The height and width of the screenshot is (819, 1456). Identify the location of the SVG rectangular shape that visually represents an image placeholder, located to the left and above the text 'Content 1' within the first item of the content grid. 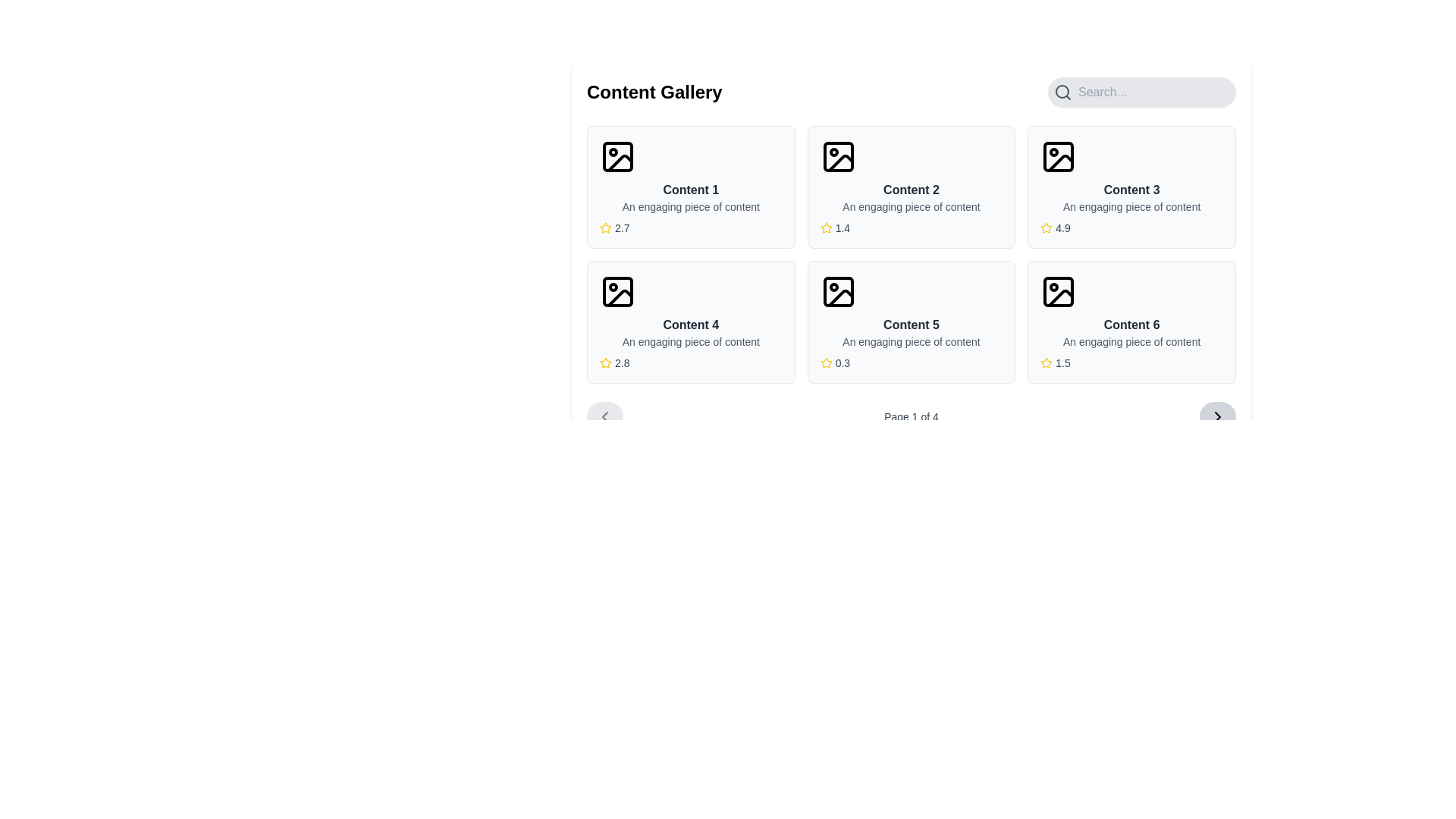
(618, 157).